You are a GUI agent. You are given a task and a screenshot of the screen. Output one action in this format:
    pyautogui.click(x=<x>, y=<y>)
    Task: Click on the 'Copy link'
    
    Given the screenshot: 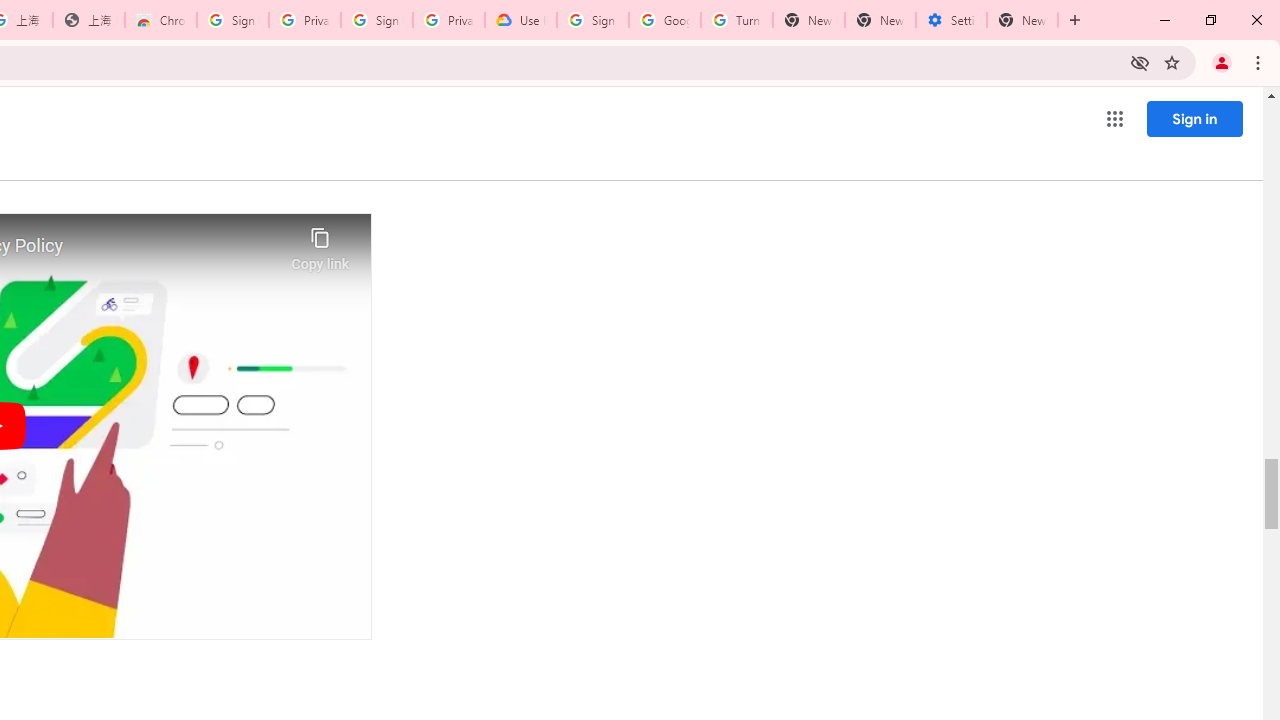 What is the action you would take?
    pyautogui.click(x=320, y=243)
    